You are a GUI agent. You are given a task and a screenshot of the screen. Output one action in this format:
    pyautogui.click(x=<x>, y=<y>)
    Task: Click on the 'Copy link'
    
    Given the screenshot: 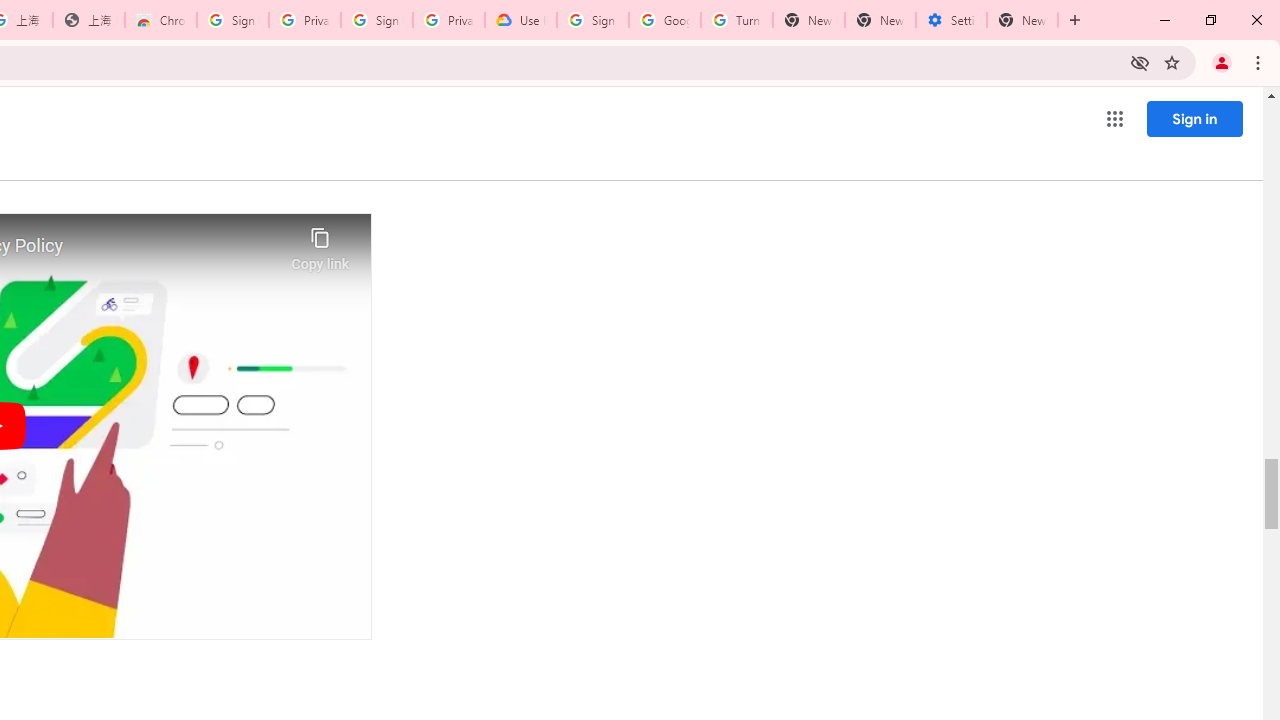 What is the action you would take?
    pyautogui.click(x=320, y=243)
    